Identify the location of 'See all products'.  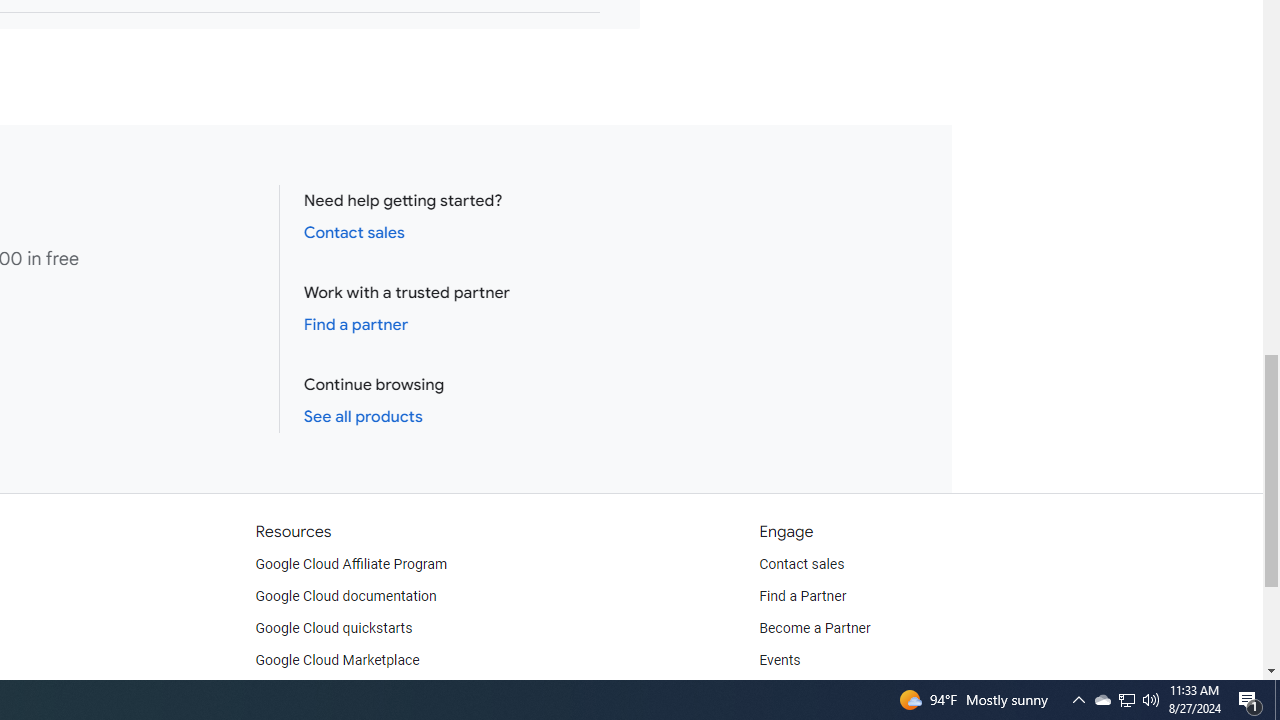
(362, 415).